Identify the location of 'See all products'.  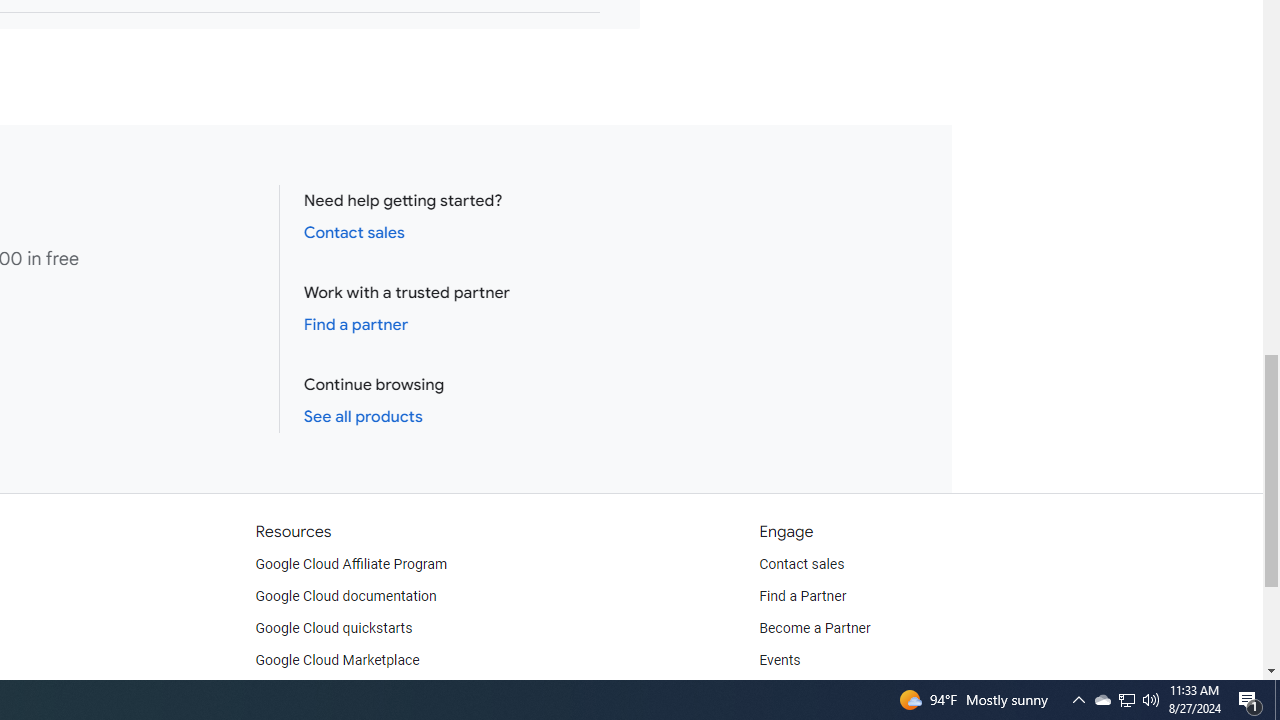
(362, 415).